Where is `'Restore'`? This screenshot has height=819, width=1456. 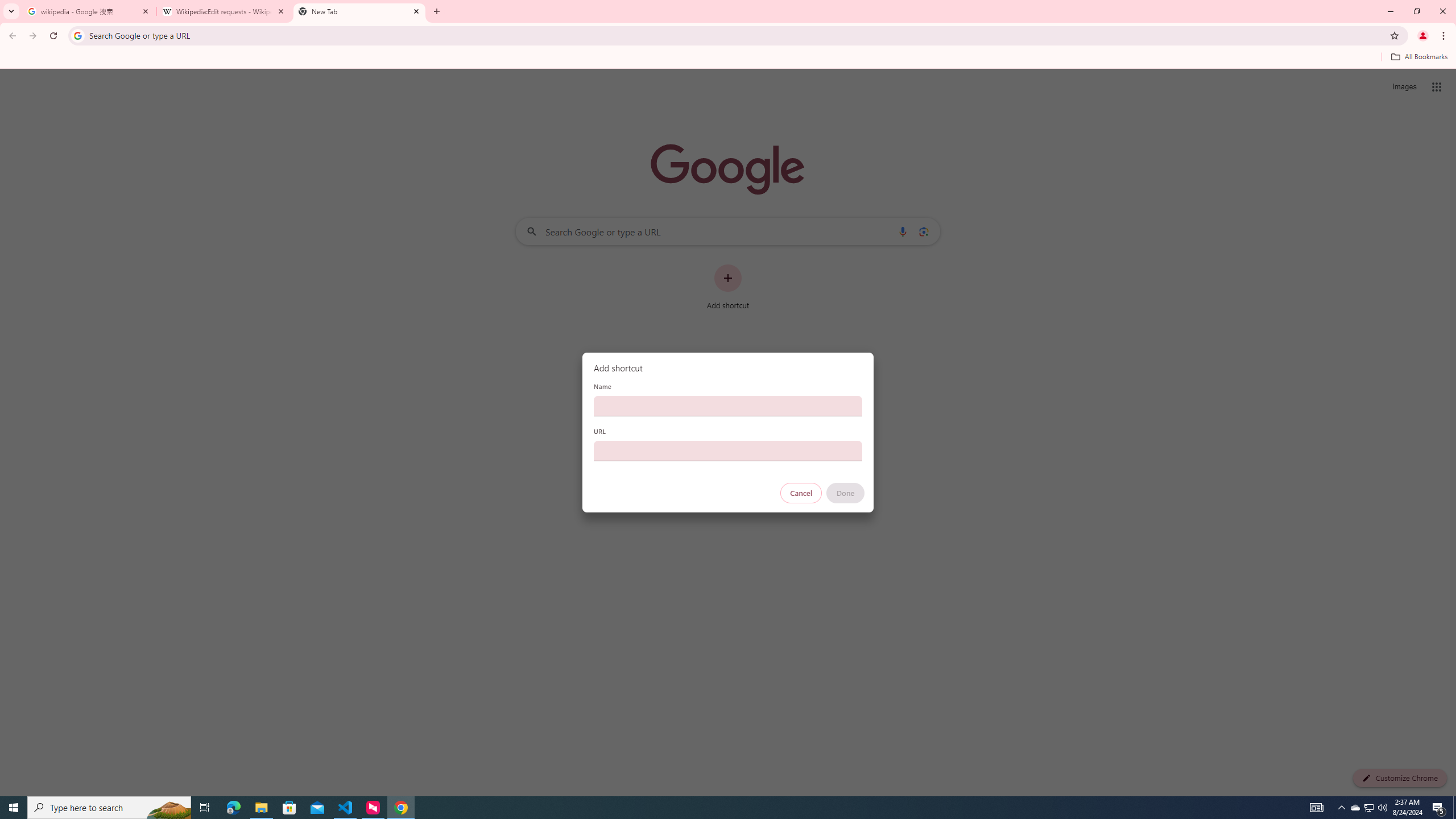
'Restore' is located at coordinates (1416, 11).